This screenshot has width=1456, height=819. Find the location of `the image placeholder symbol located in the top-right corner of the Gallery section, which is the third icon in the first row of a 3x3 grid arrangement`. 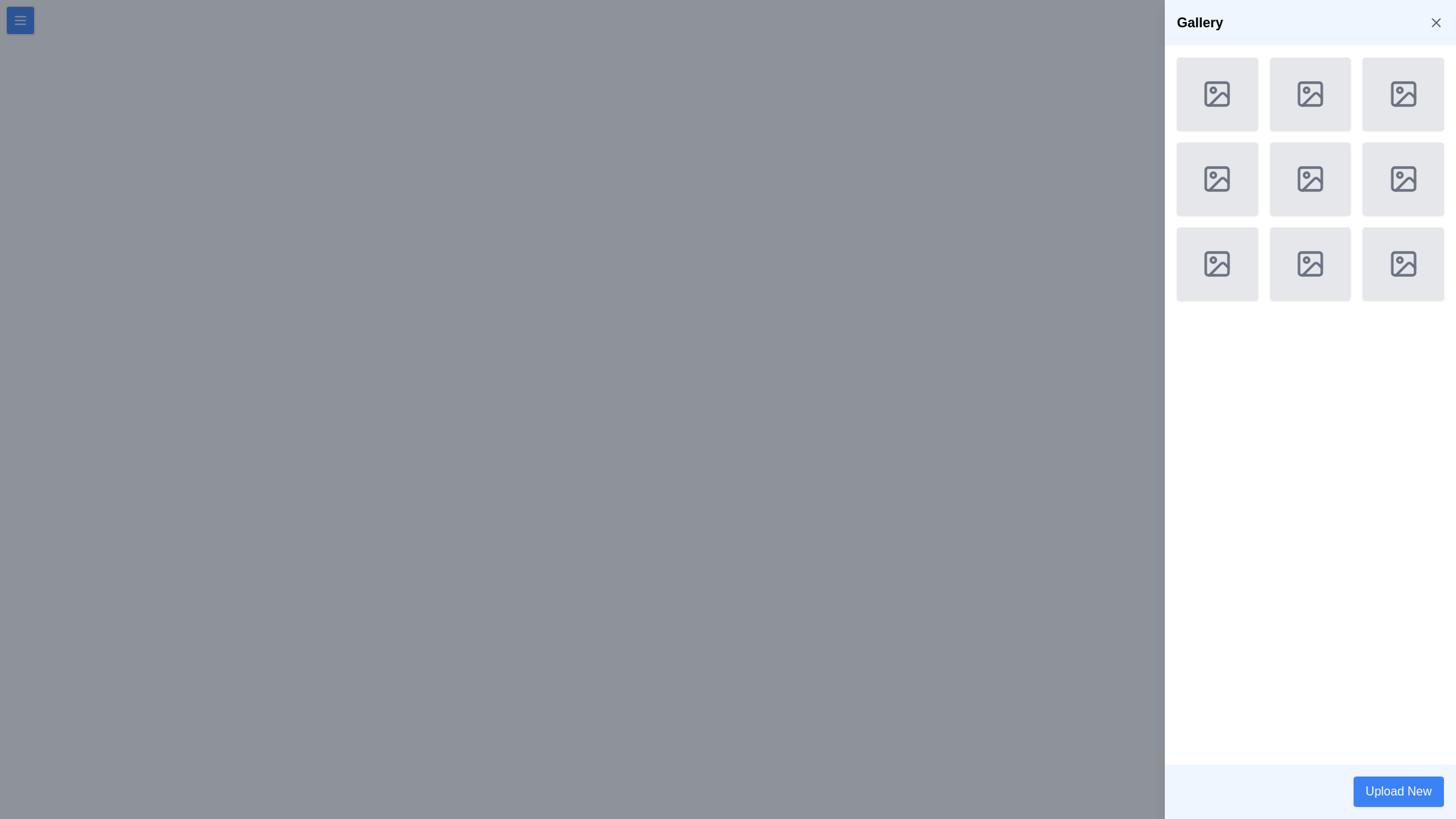

the image placeholder symbol located in the top-right corner of the Gallery section, which is the third icon in the first row of a 3x3 grid arrangement is located at coordinates (1404, 99).